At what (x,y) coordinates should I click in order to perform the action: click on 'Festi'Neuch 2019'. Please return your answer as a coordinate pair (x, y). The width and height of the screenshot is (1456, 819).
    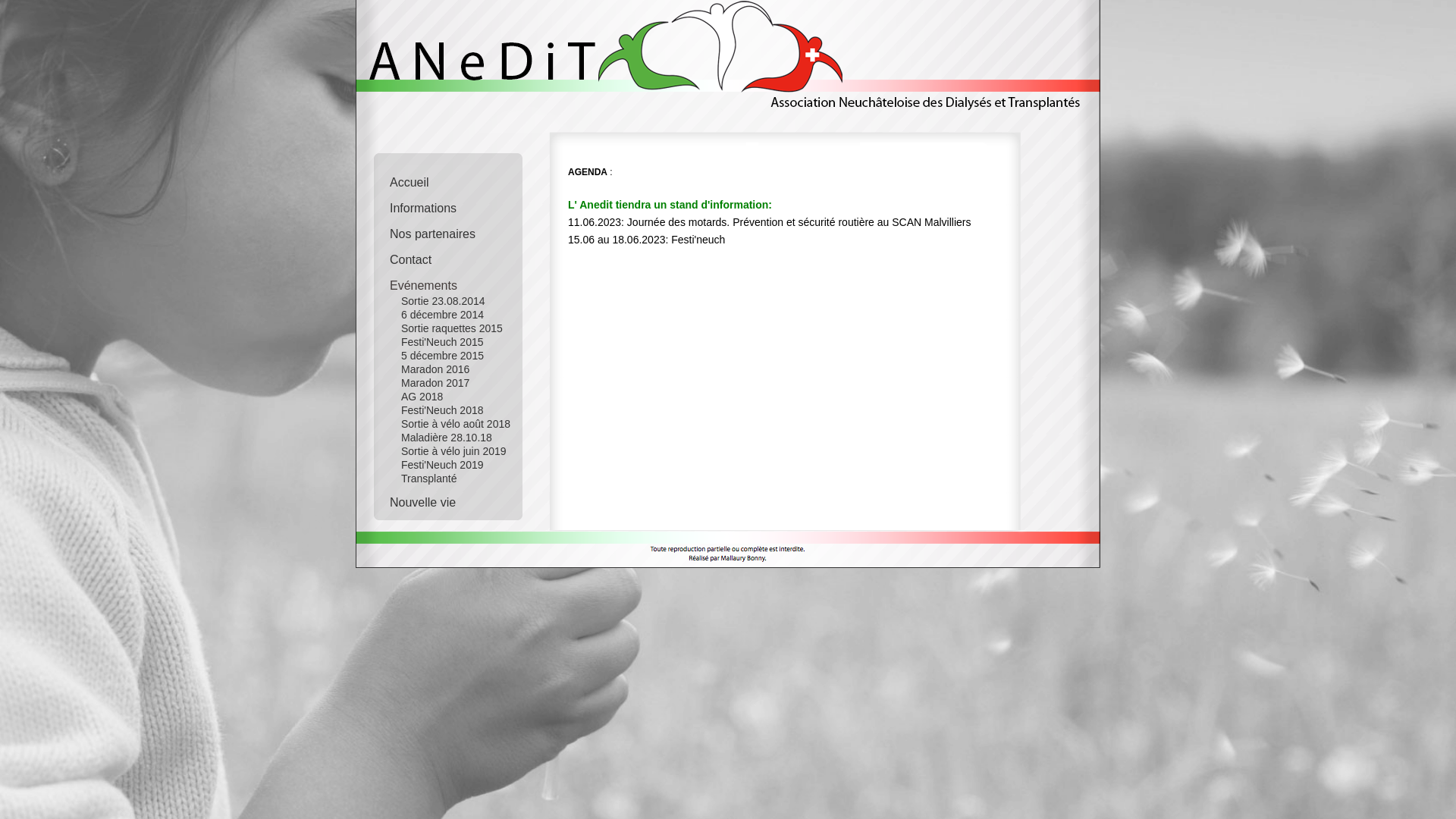
    Looking at the image, I should click on (378, 464).